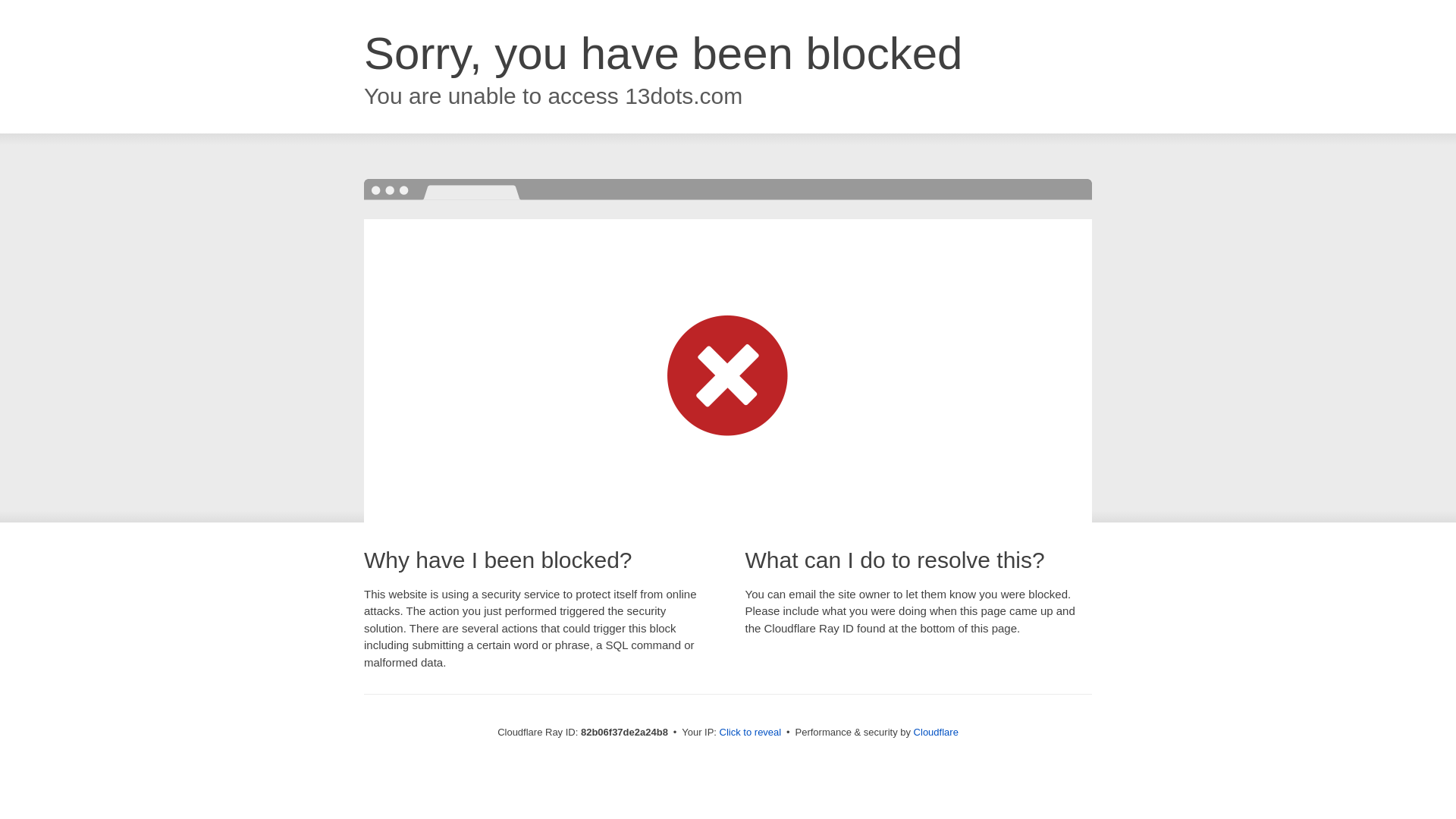  I want to click on 'Cloudflare', so click(935, 731).